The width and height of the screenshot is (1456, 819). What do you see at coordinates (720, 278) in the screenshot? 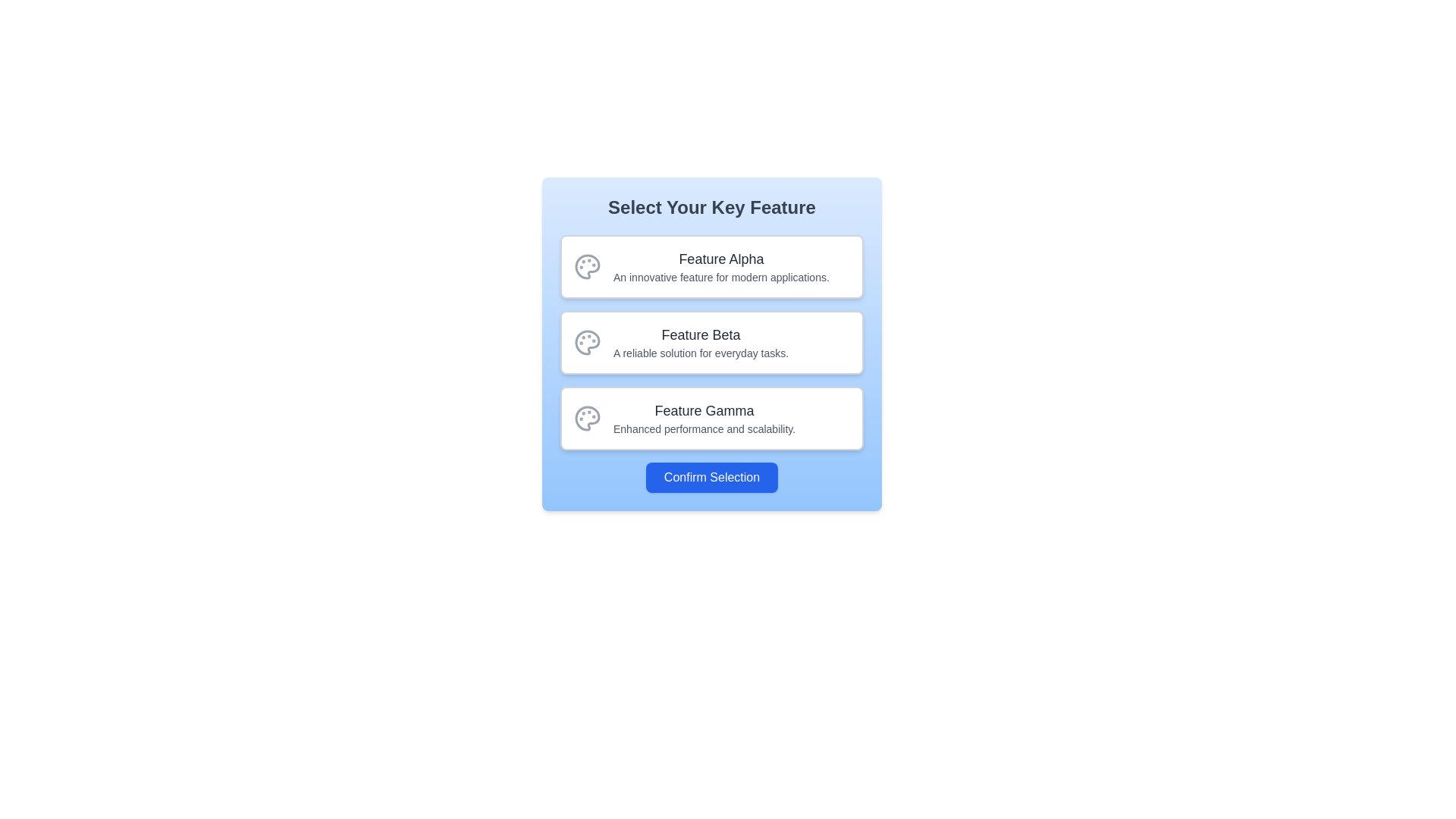
I see `the supporting text element that reads 'An innovative feature for modern applications.' which is styled in gray and located below the 'Feature Alpha' title` at bounding box center [720, 278].